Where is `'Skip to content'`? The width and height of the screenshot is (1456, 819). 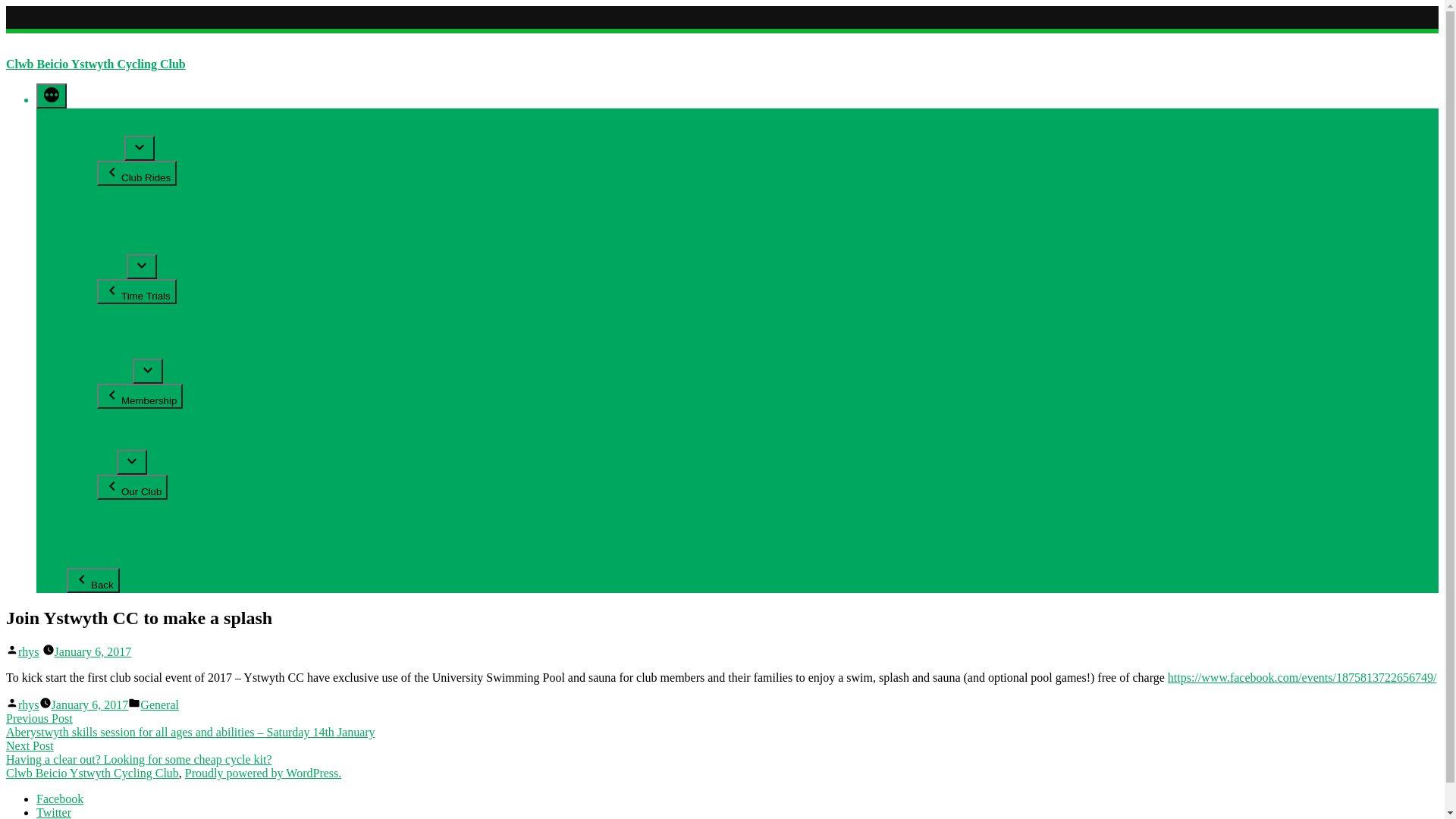
'Skip to content' is located at coordinates (5, 5).